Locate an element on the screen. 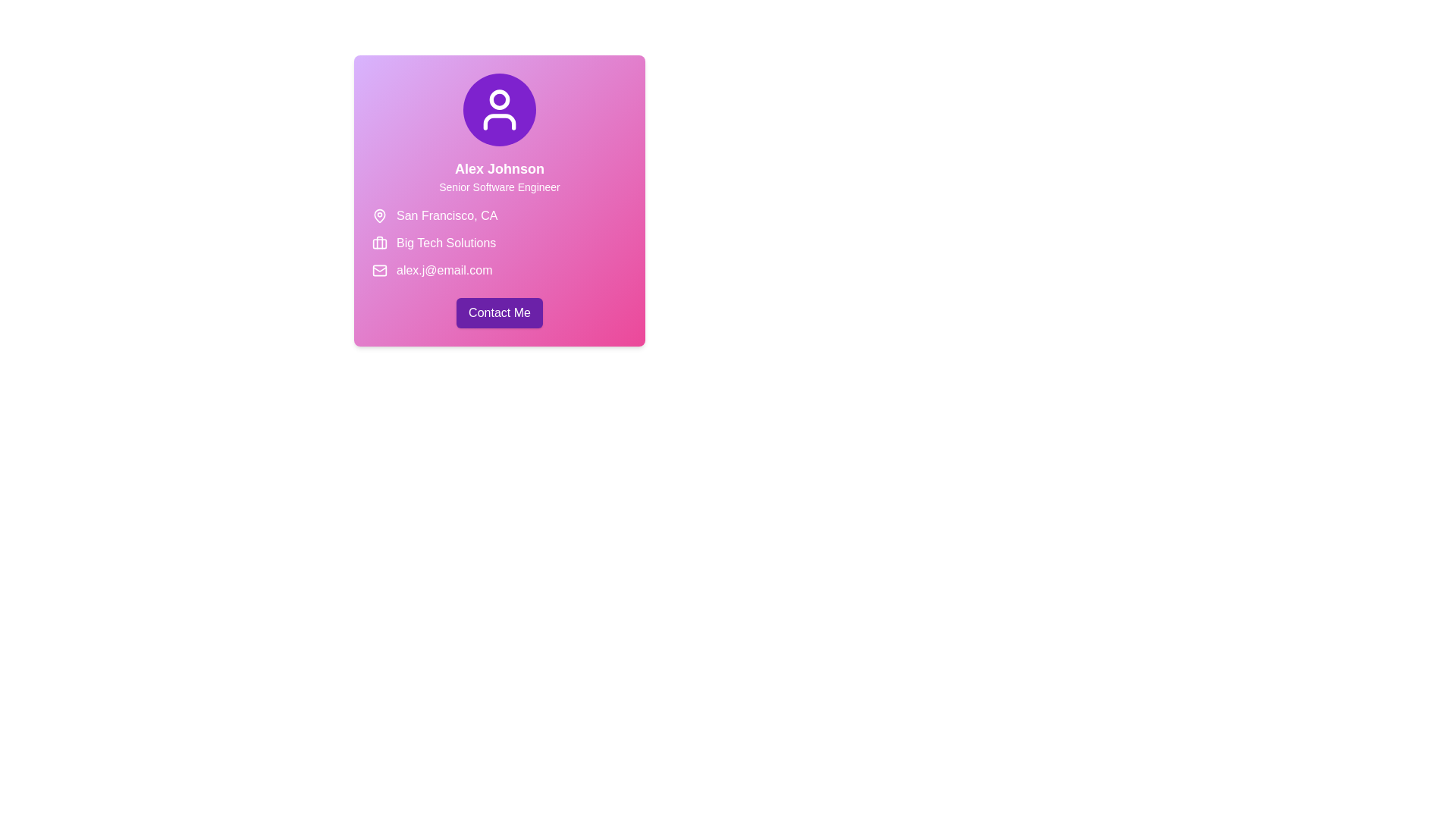 Image resolution: width=1456 pixels, height=819 pixels. the graphical marker icon indicating location information next to the text 'San Francisco, CA' in the user card layout is located at coordinates (379, 215).